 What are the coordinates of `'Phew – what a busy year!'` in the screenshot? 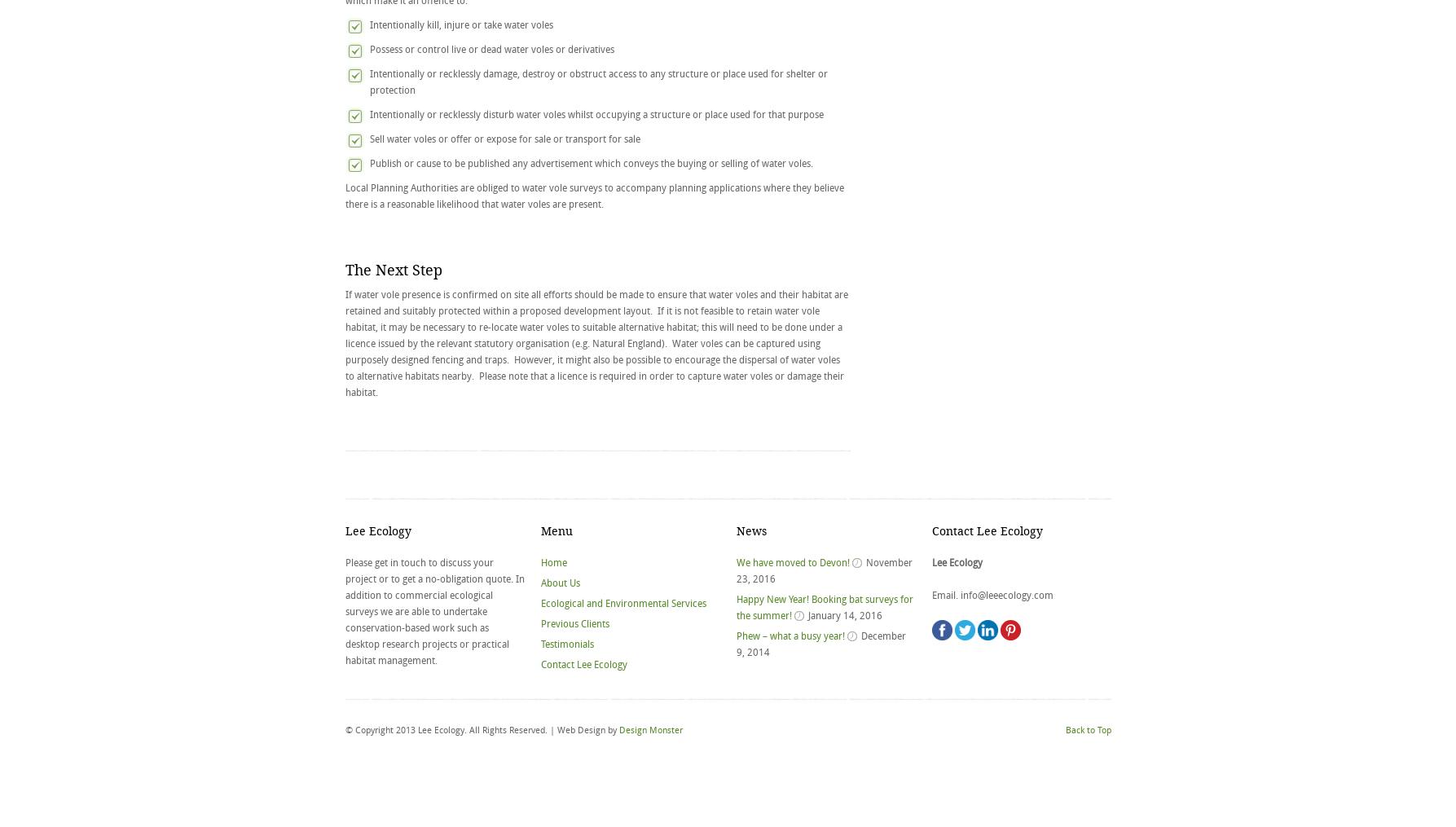 It's located at (789, 635).